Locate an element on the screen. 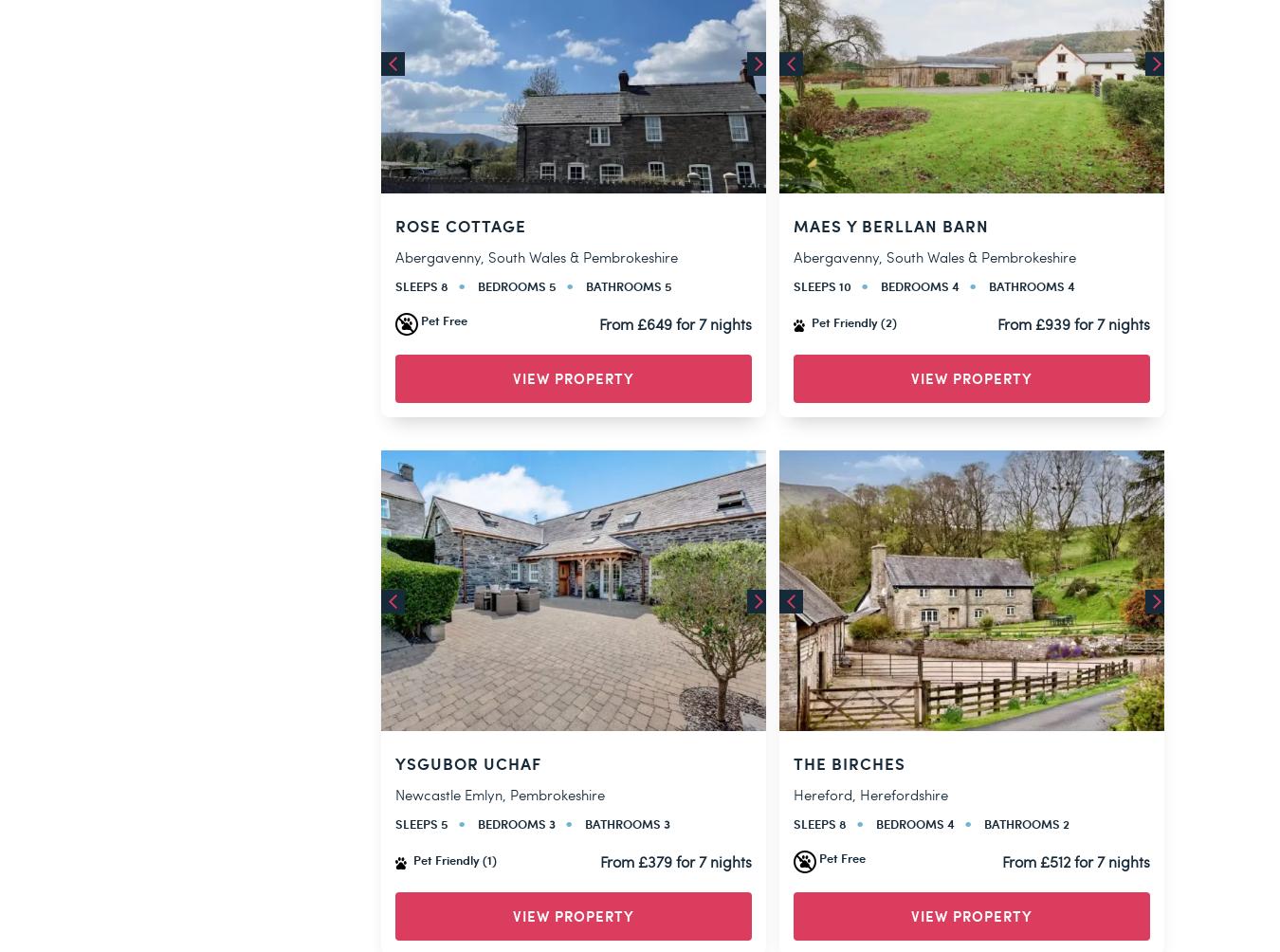 This screenshot has height=952, width=1280. 'Pet Free' is located at coordinates (842, 281).